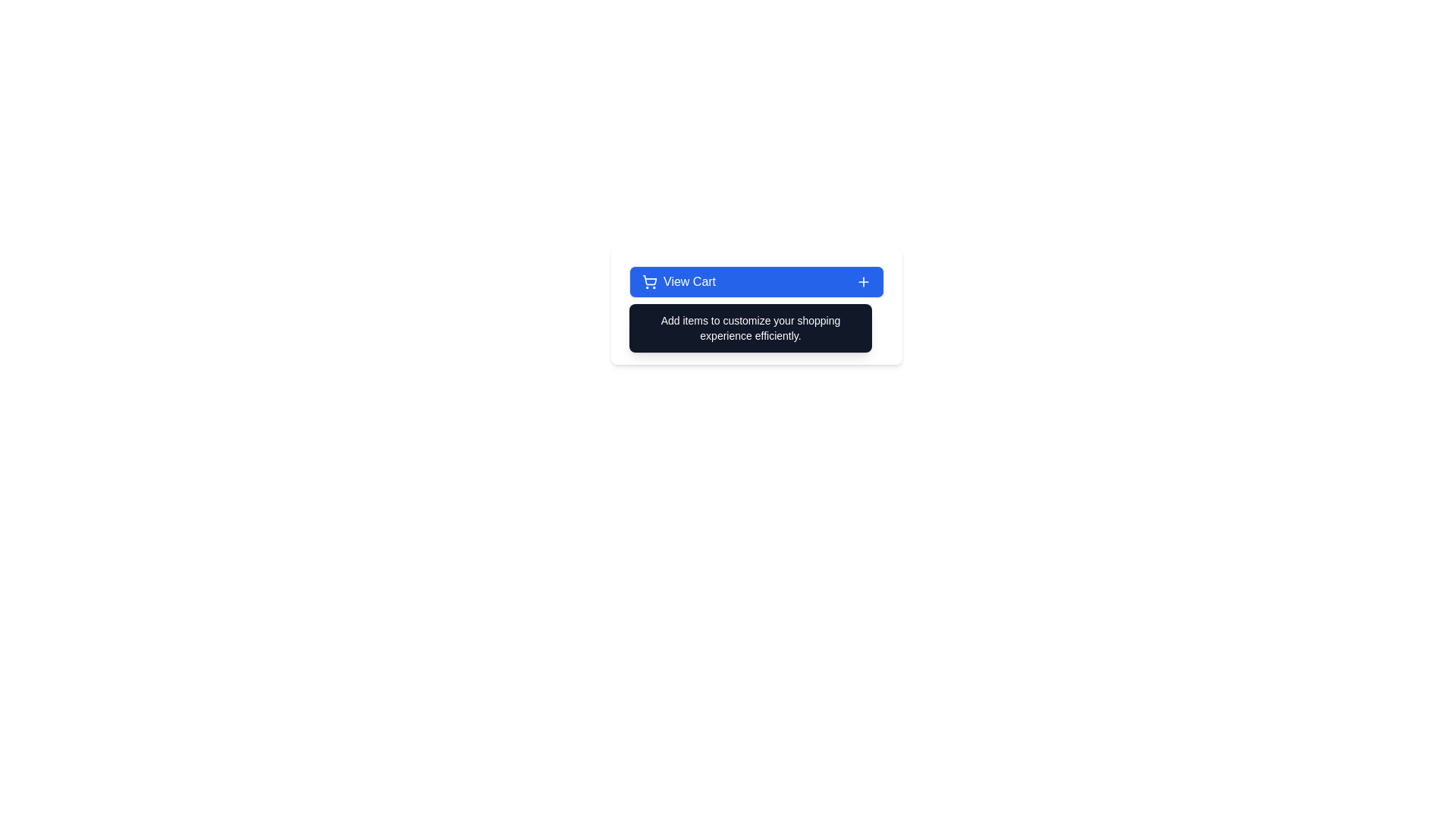 This screenshot has width=1456, height=819. What do you see at coordinates (678, 281) in the screenshot?
I see `the 'View Cart' text label, which is visually highlighted and positioned to the left within its blue button structure, alongside a shopping cart icon` at bounding box center [678, 281].